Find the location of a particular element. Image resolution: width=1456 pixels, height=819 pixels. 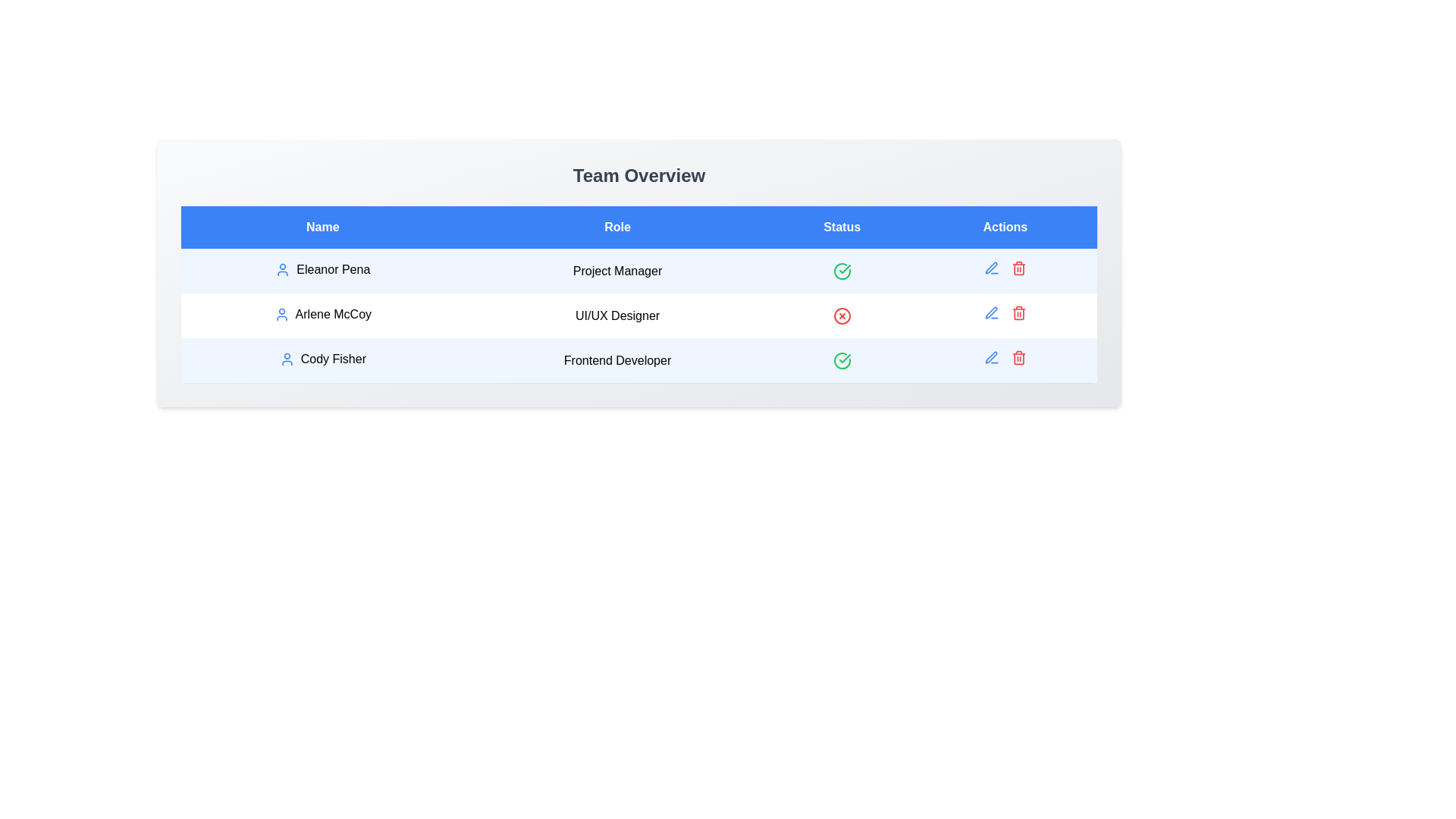

the icon button resembling an angled pen located at the rightmost side of the second row in the actions column is located at coordinates (990, 267).